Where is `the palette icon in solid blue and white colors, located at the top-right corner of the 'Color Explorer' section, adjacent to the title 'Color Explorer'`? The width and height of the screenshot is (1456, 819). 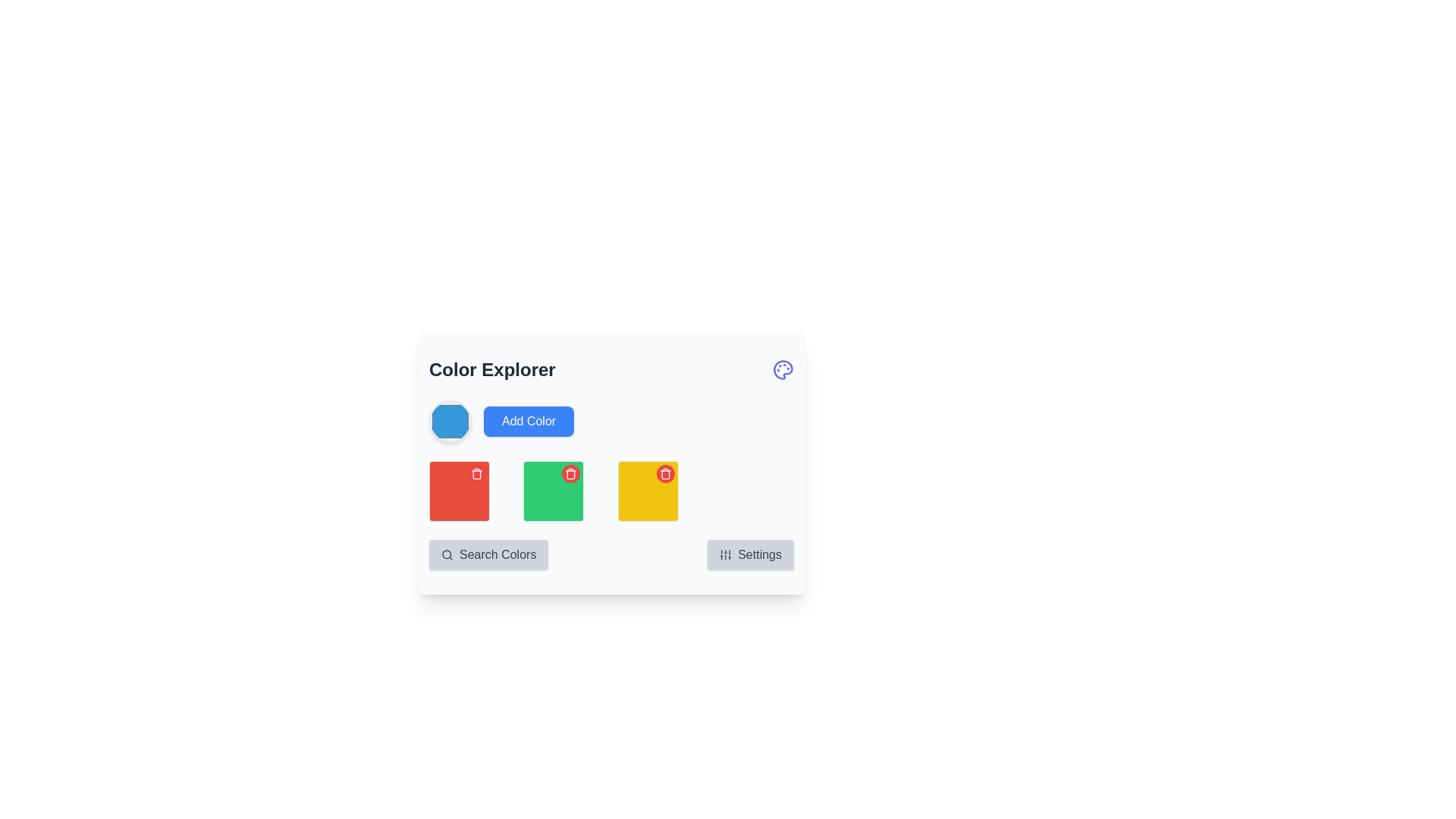
the palette icon in solid blue and white colors, located at the top-right corner of the 'Color Explorer' section, adjacent to the title 'Color Explorer' is located at coordinates (783, 370).